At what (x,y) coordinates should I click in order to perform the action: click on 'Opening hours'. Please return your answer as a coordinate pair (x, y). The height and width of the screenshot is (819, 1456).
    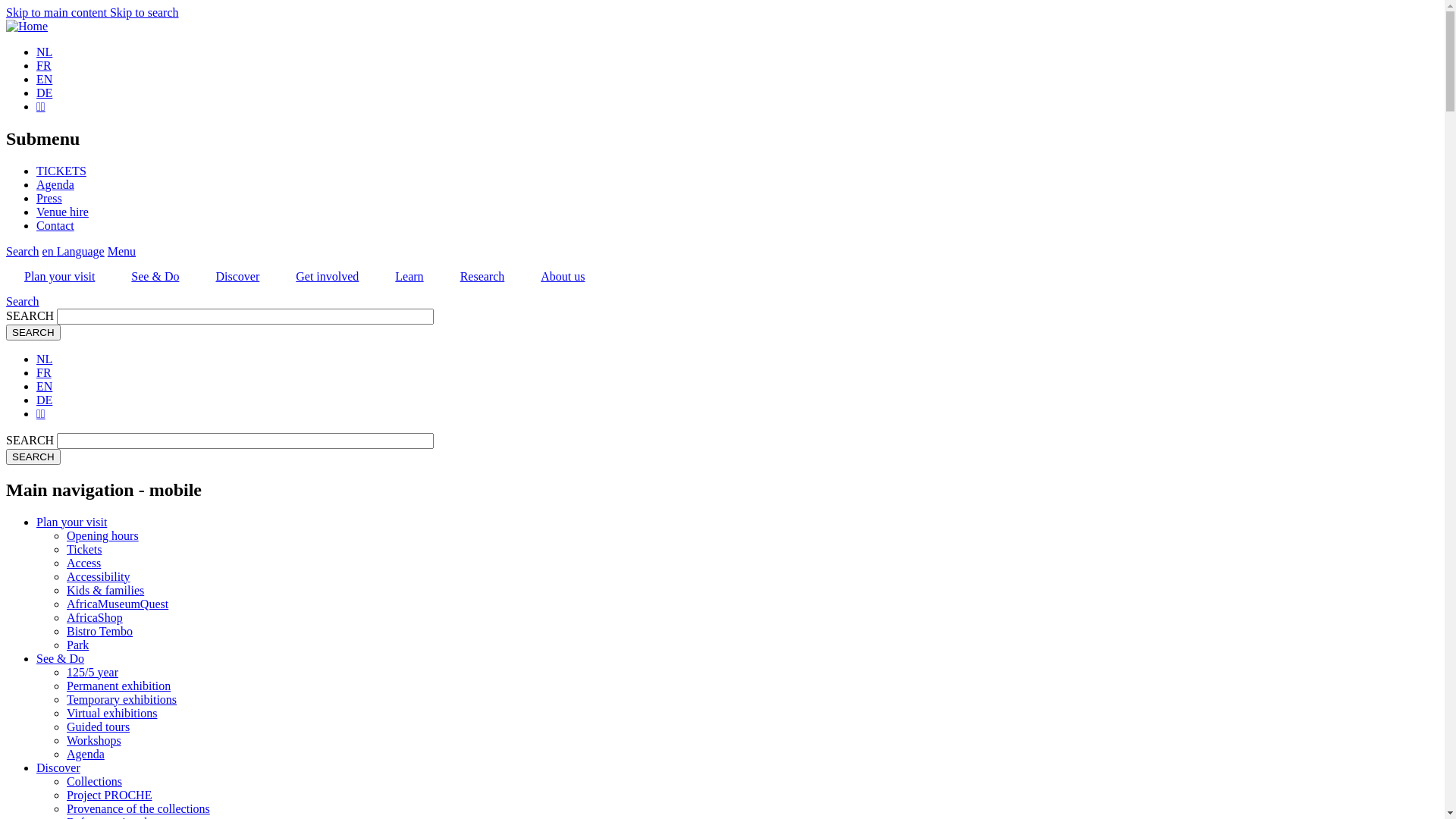
    Looking at the image, I should click on (65, 535).